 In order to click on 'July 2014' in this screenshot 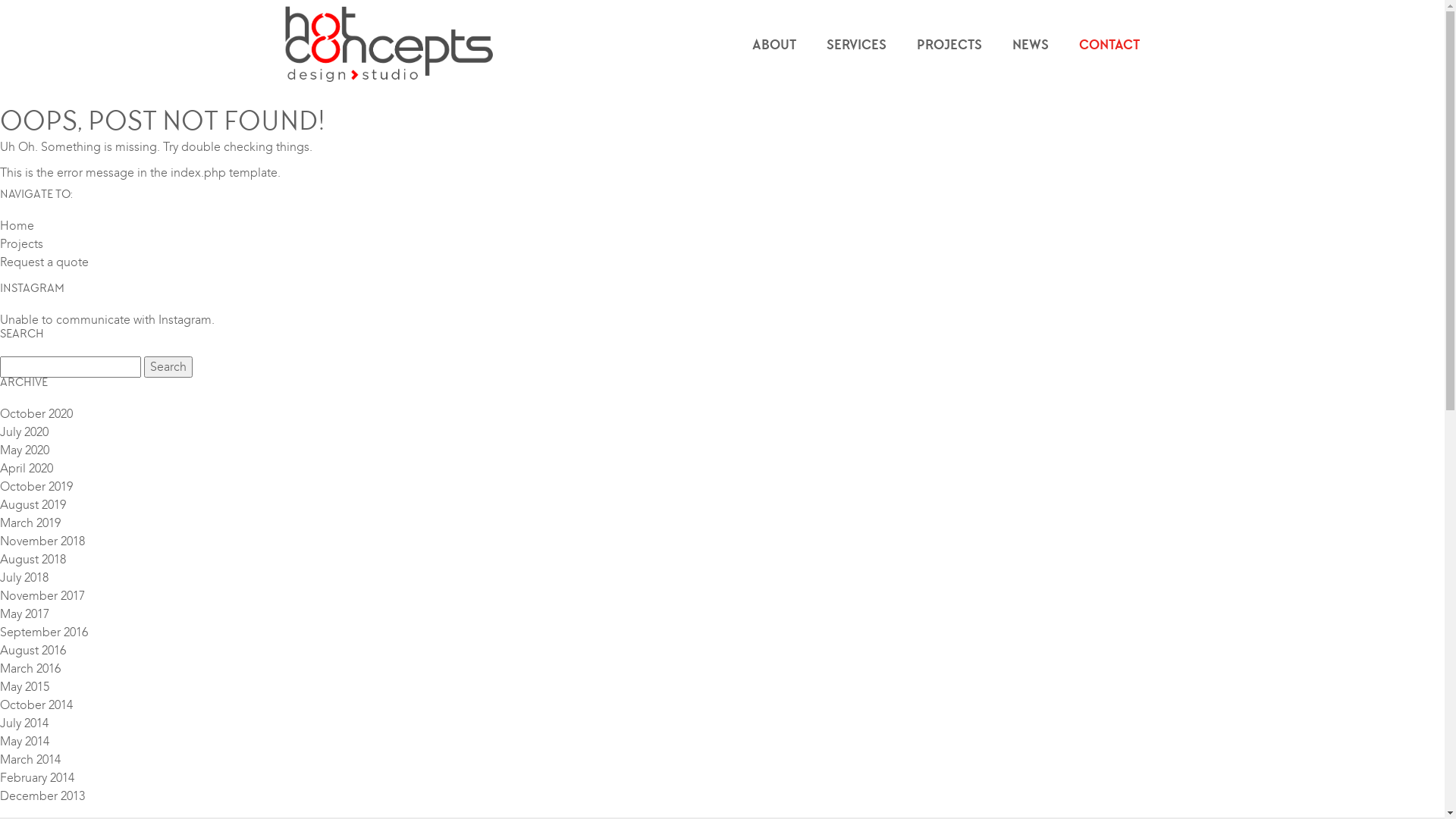, I will do `click(0, 722)`.